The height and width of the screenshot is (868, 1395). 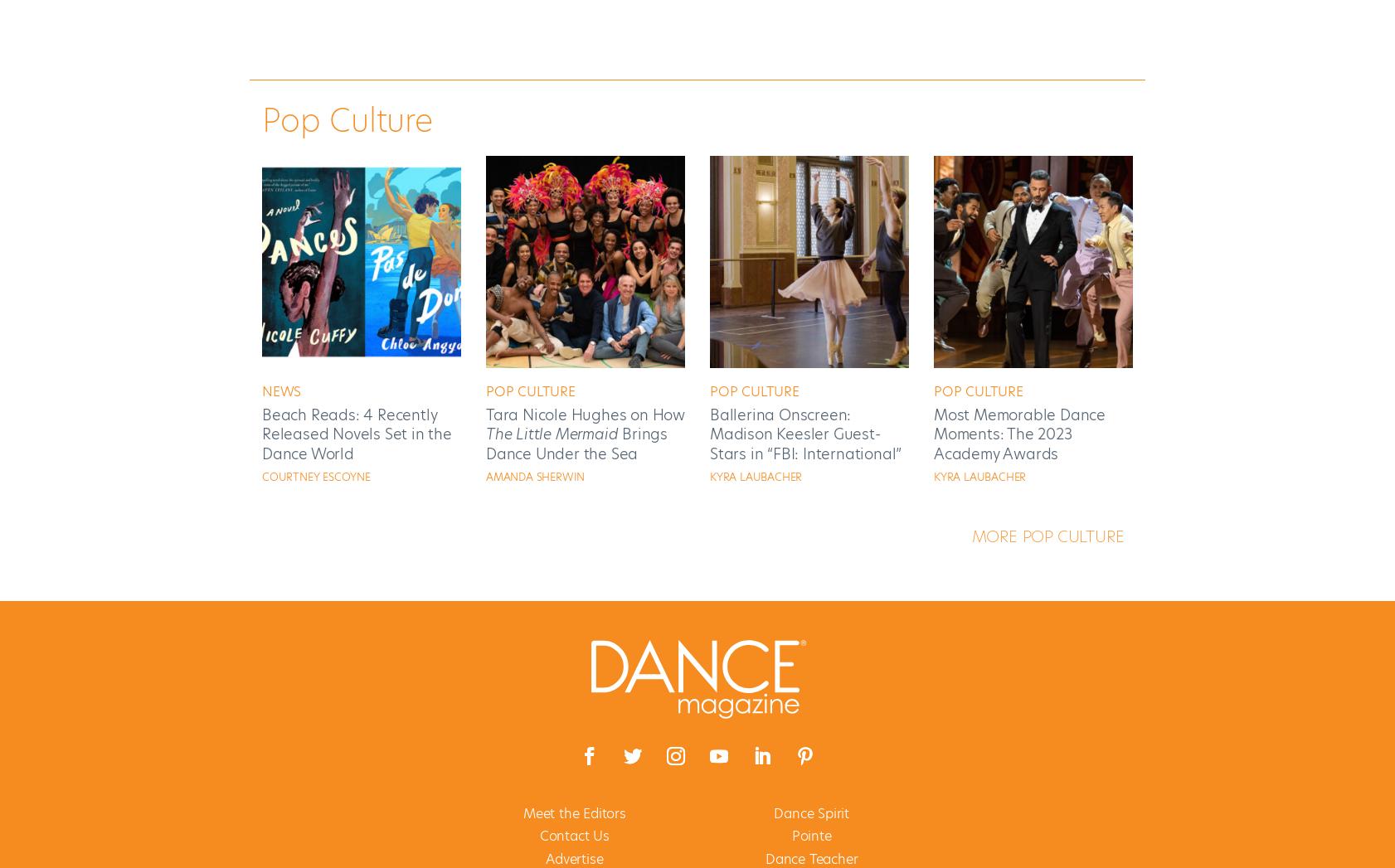 What do you see at coordinates (535, 476) in the screenshot?
I see `'Amanda Sherwin'` at bounding box center [535, 476].